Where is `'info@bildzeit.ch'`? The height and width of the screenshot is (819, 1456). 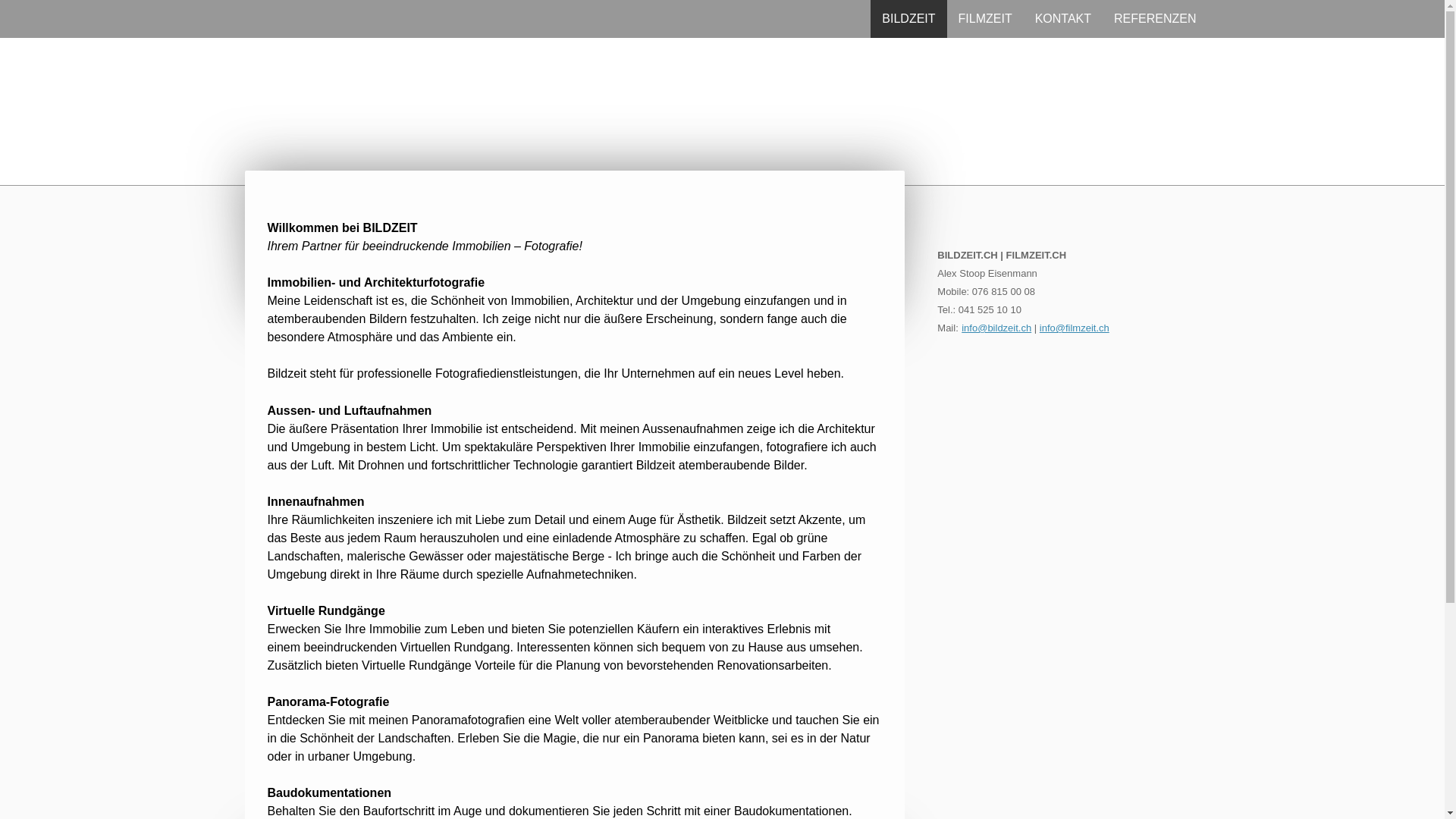 'info@bildzeit.ch' is located at coordinates (996, 327).